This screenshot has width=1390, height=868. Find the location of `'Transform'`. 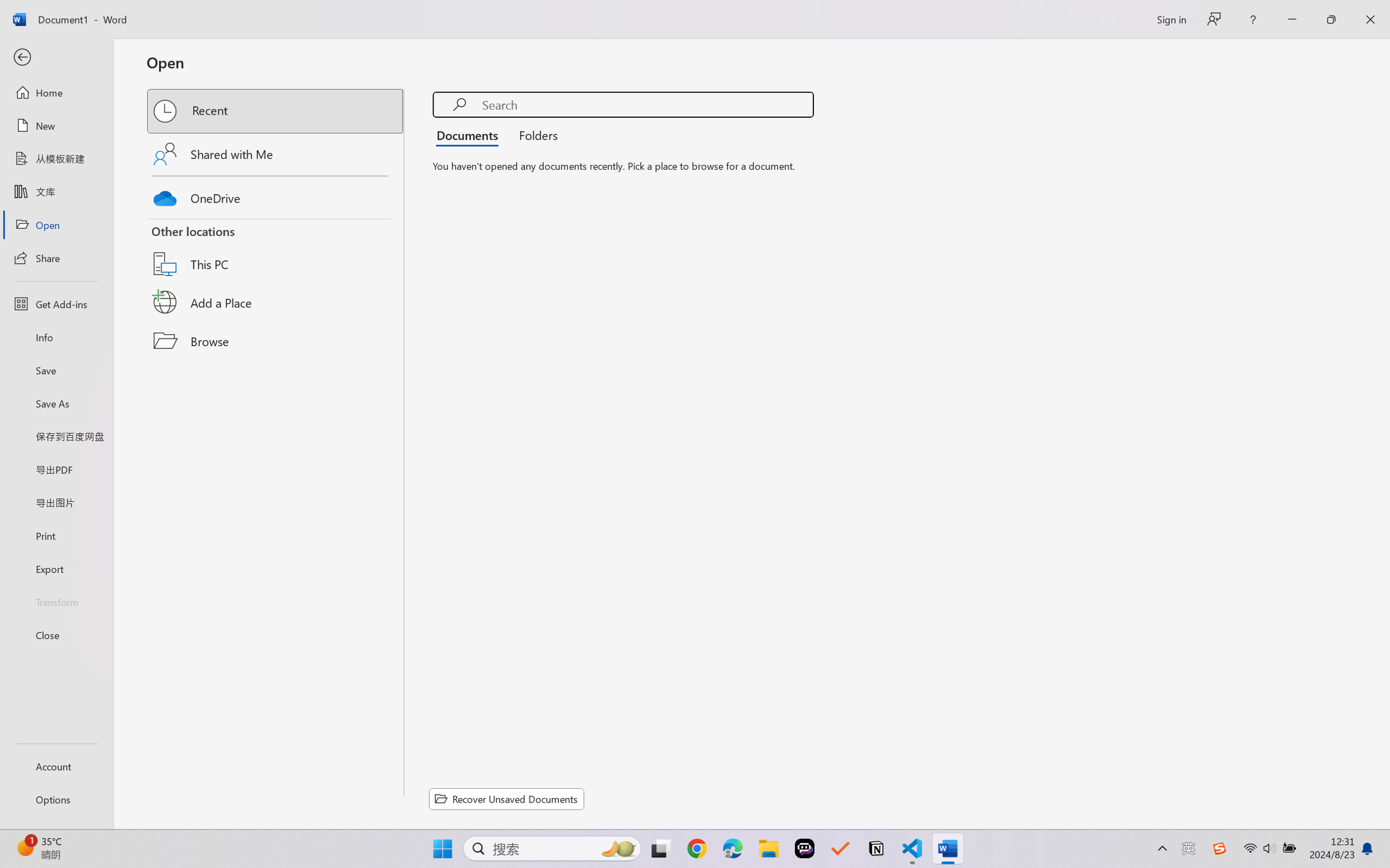

'Transform' is located at coordinates (56, 600).